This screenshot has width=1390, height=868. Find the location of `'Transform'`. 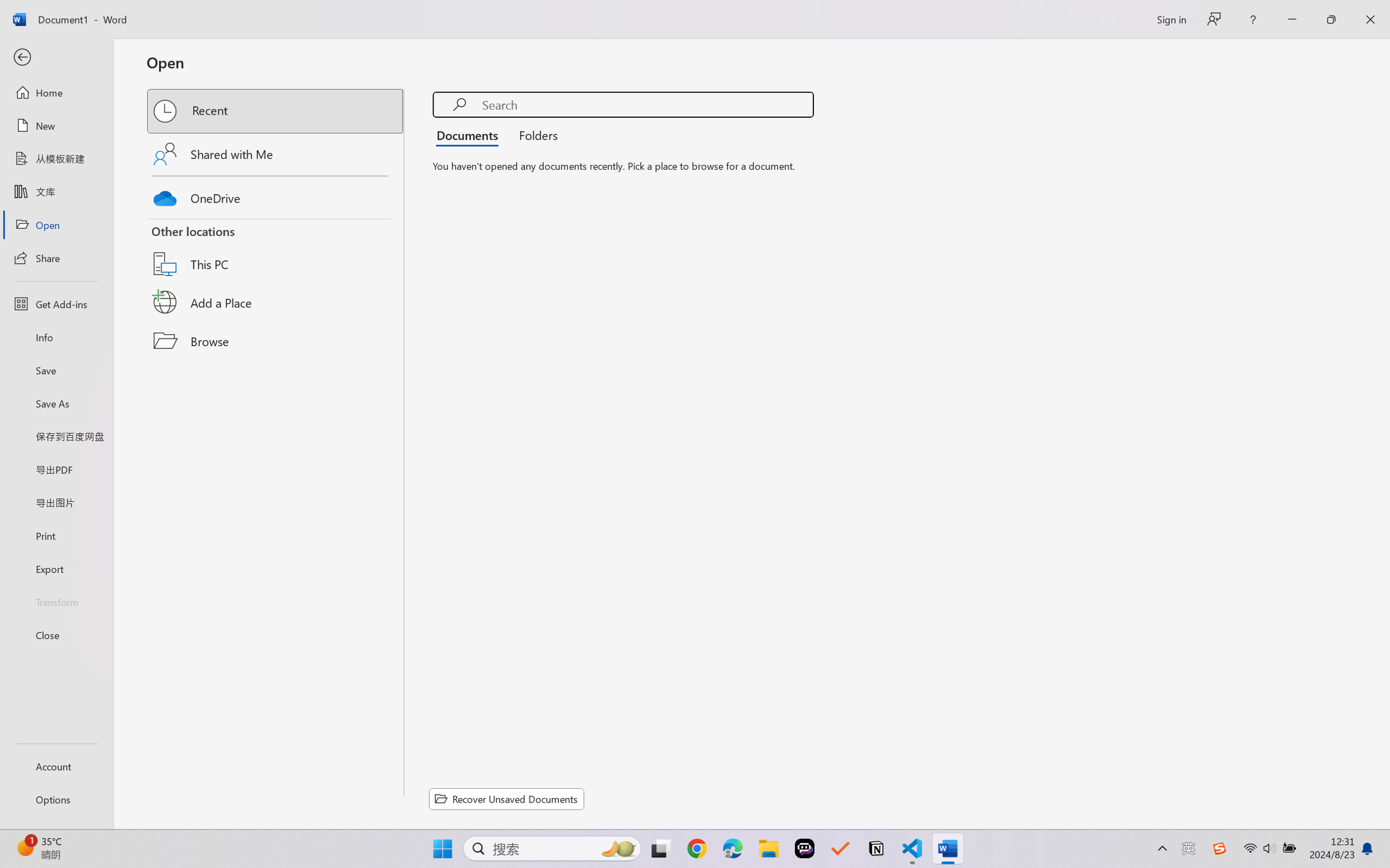

'Transform' is located at coordinates (56, 600).